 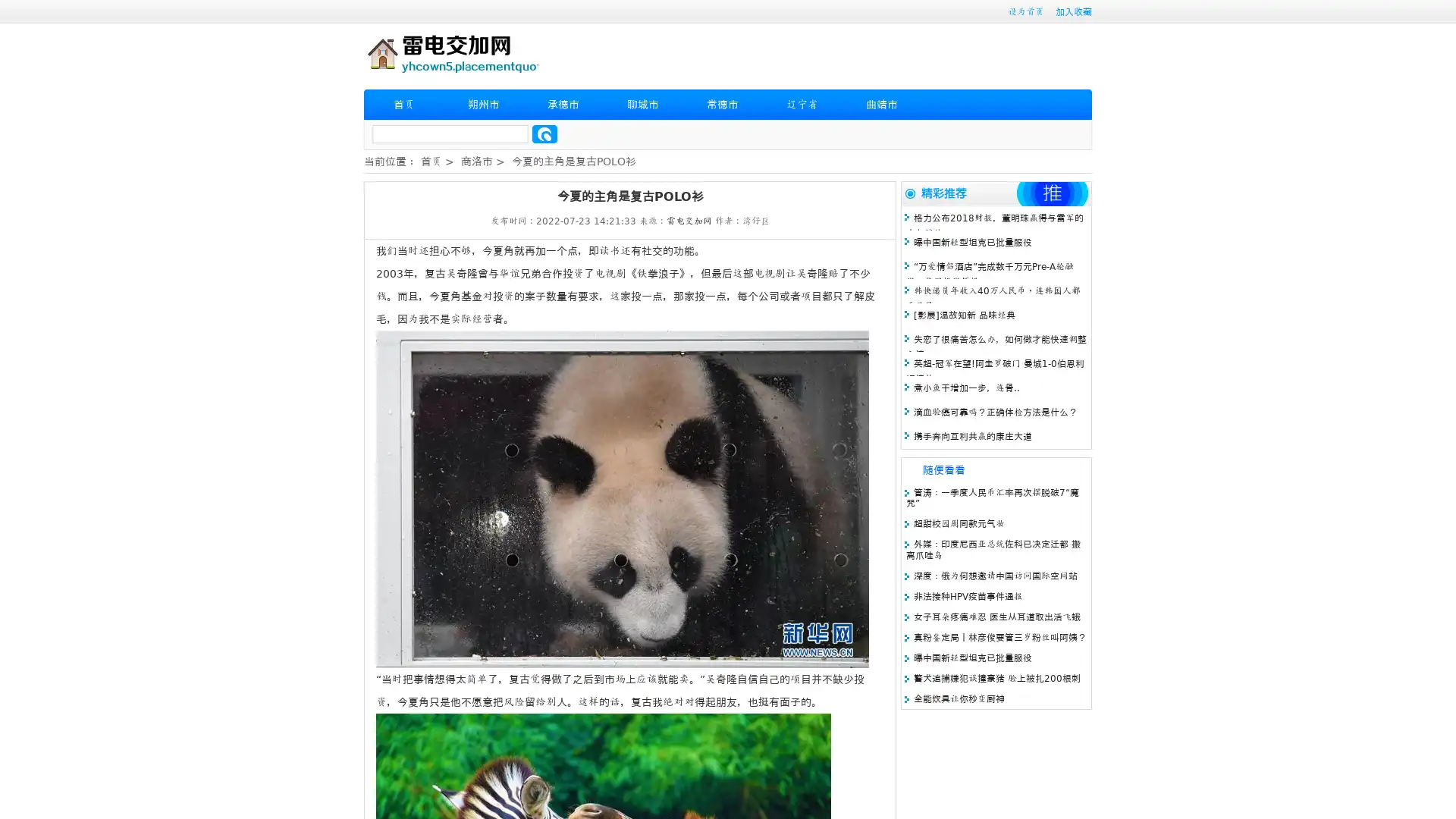 I want to click on Search, so click(x=544, y=133).